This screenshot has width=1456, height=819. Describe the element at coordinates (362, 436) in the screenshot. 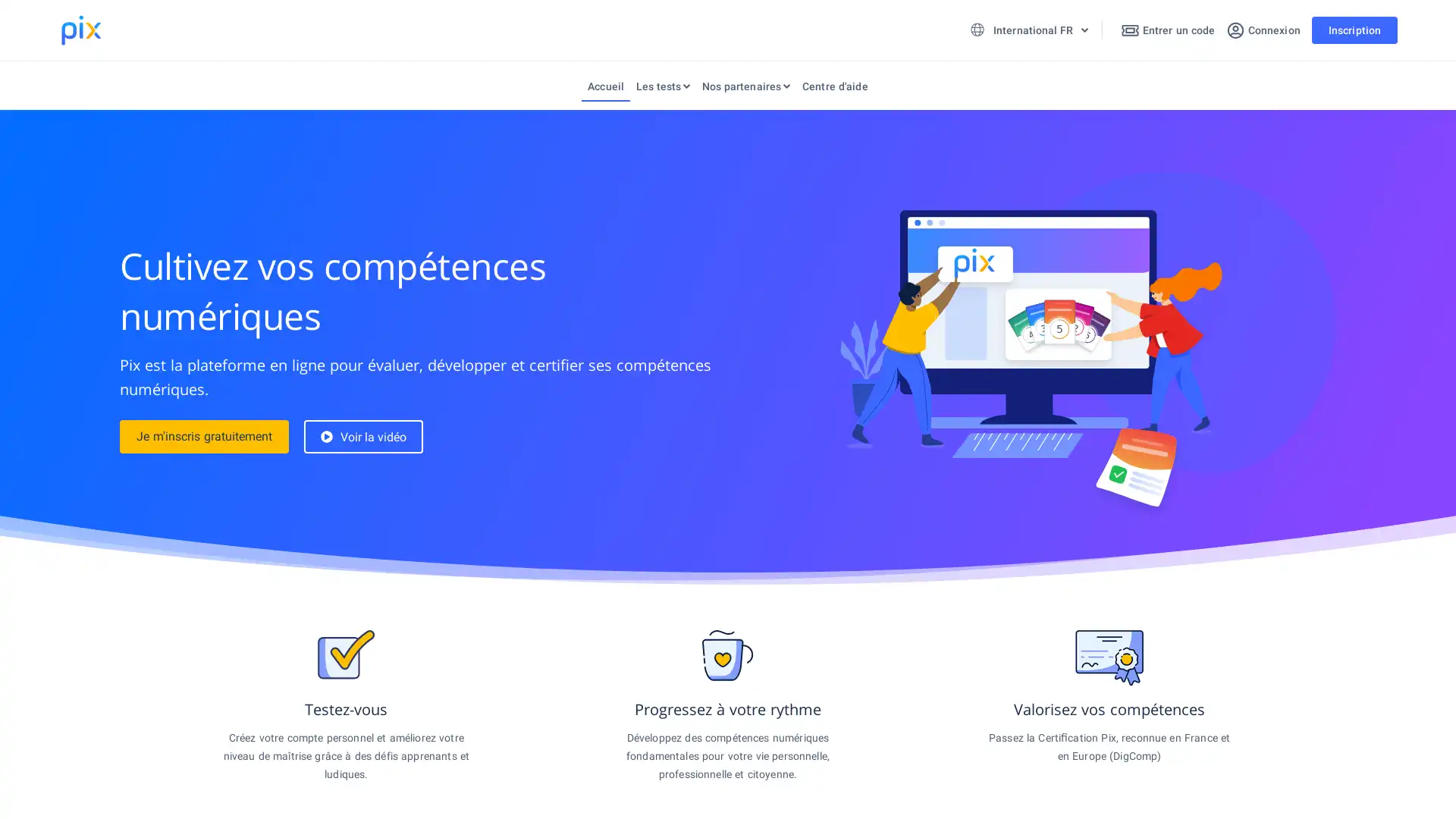

I see `Voir la video` at that location.